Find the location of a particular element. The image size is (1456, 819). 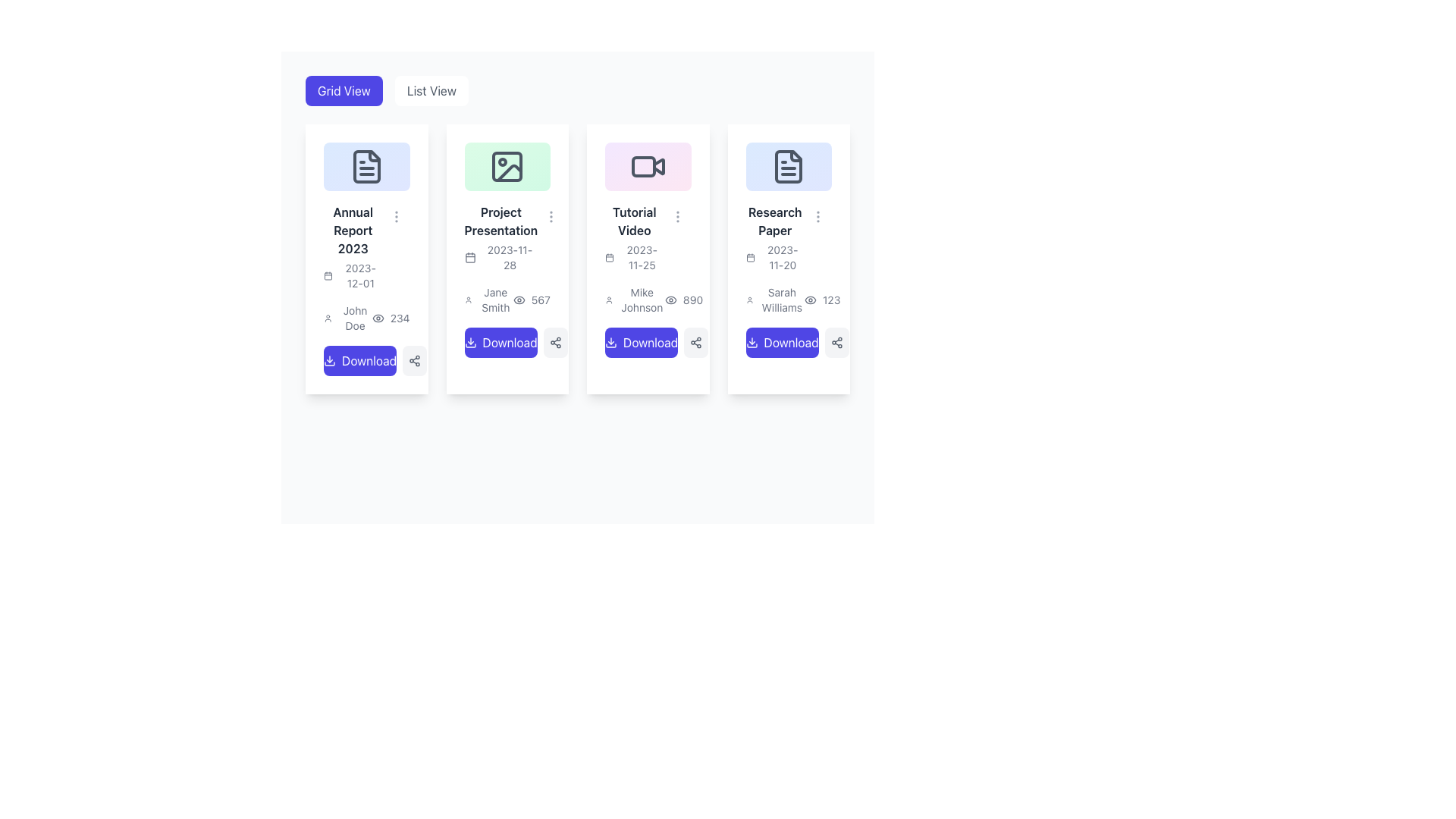

the icon representing the 'Annual Report 2023' document located at the top of the first card in the blue-shaded rectangular area is located at coordinates (366, 166).